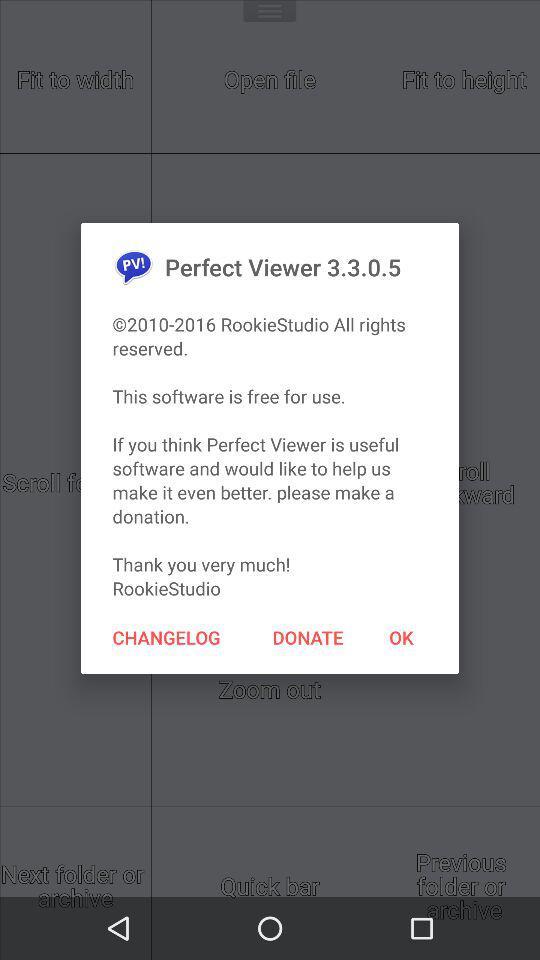 This screenshot has width=540, height=960. Describe the element at coordinates (308, 636) in the screenshot. I see `icon to the right of the changelog item` at that location.